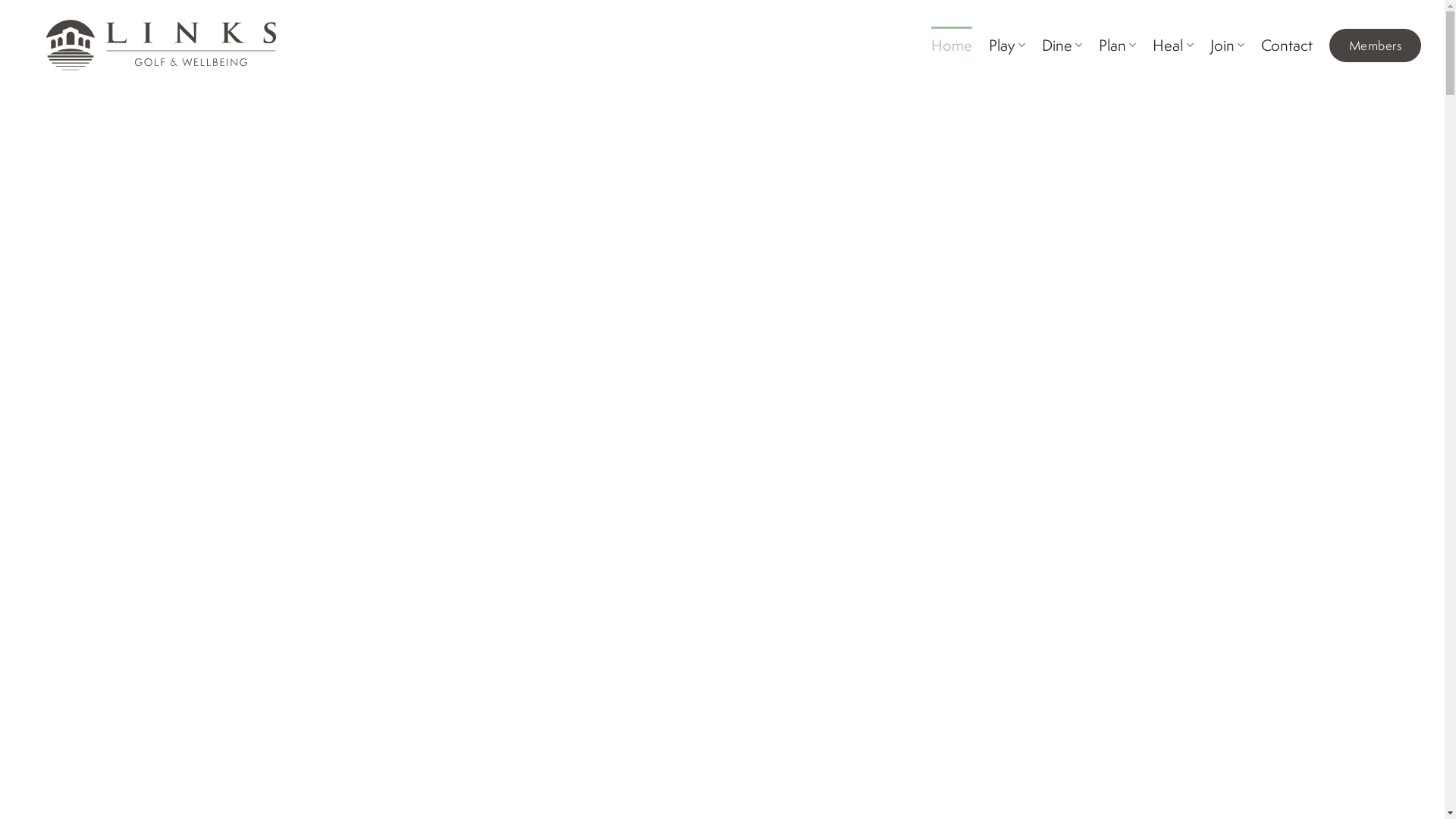  Describe the element at coordinates (1375, 45) in the screenshot. I see `'Members'` at that location.